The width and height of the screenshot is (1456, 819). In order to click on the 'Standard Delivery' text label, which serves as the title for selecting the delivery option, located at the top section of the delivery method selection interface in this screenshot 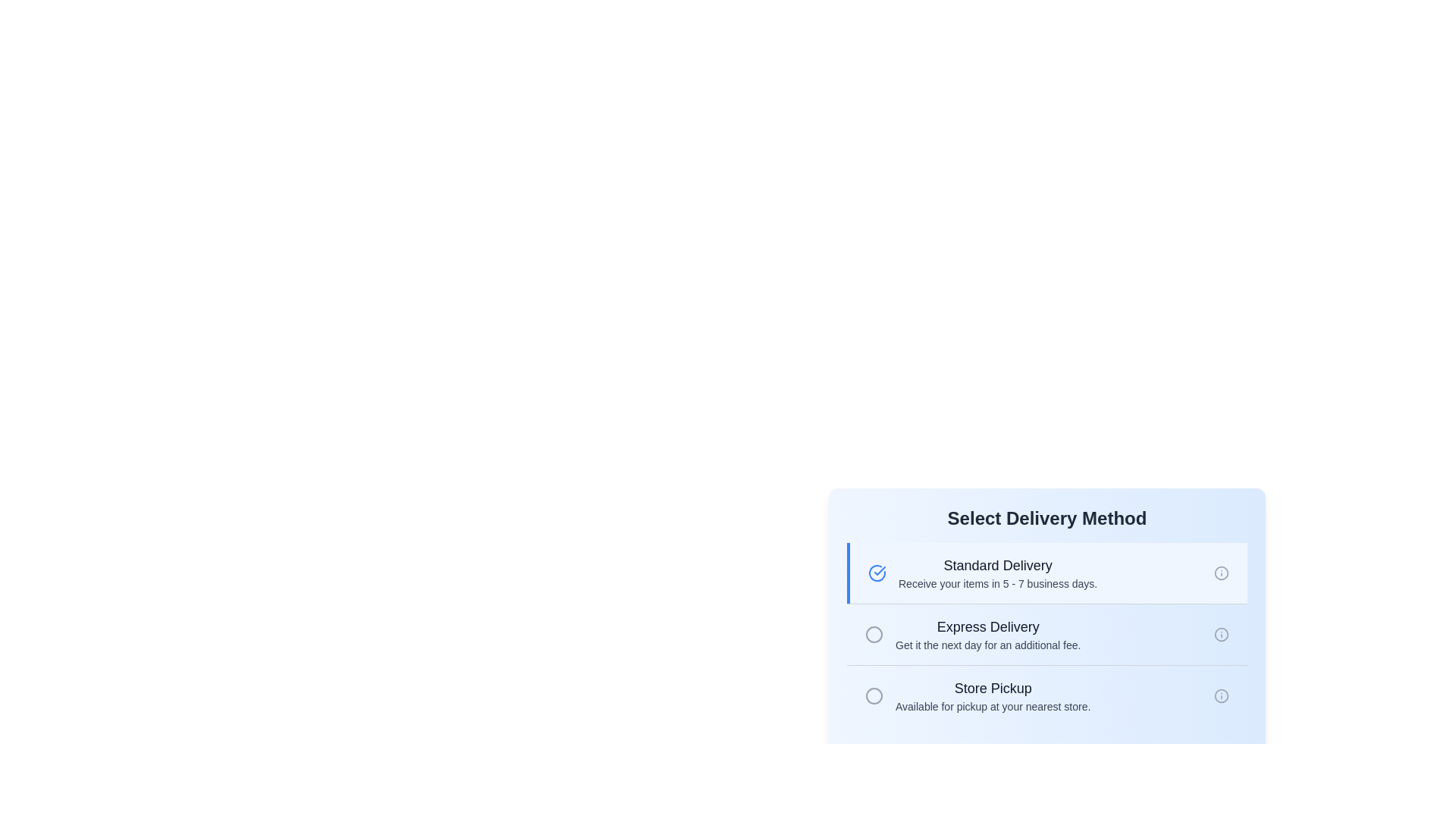, I will do `click(998, 565)`.